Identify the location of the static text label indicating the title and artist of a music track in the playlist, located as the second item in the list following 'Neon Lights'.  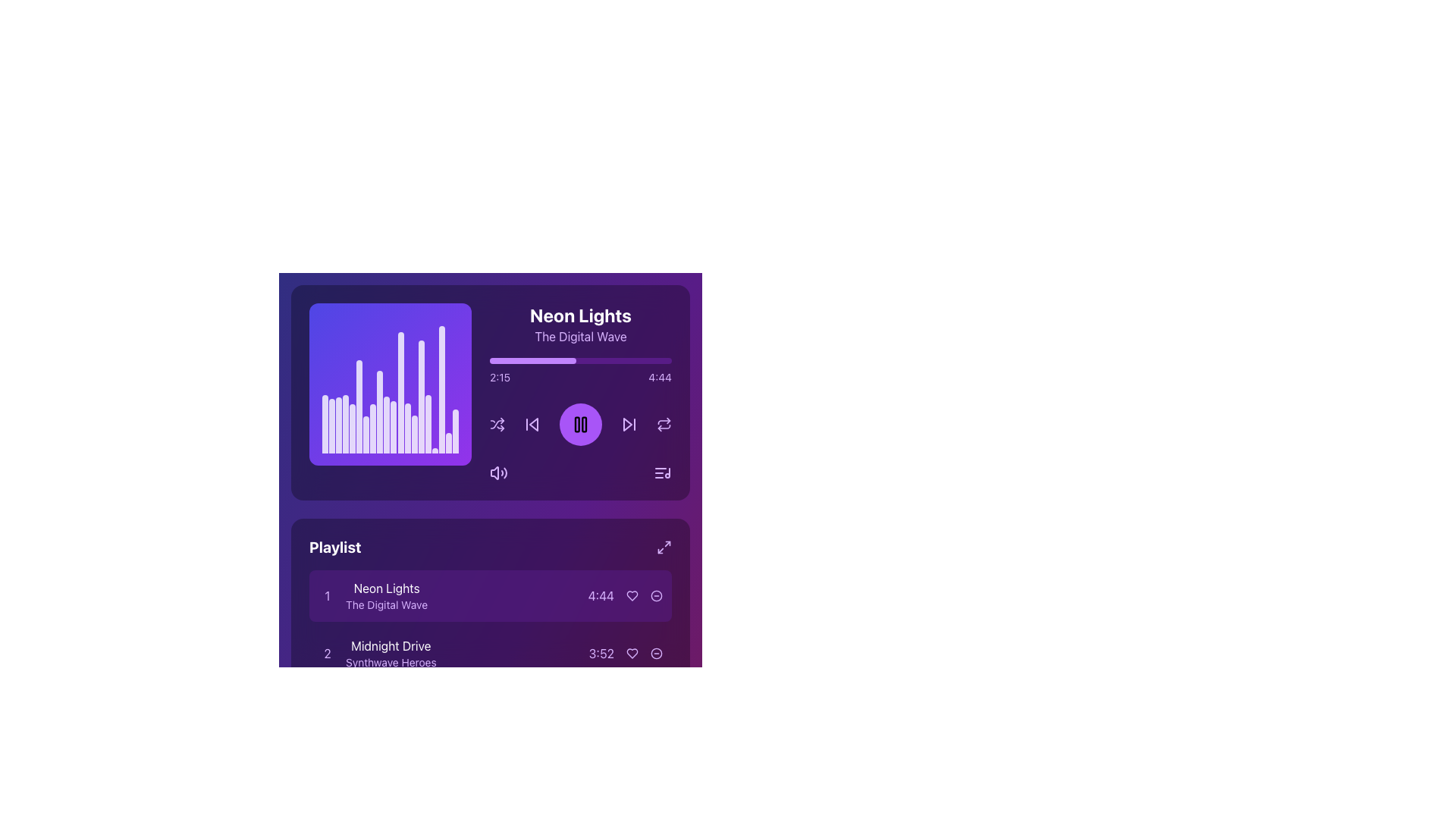
(391, 652).